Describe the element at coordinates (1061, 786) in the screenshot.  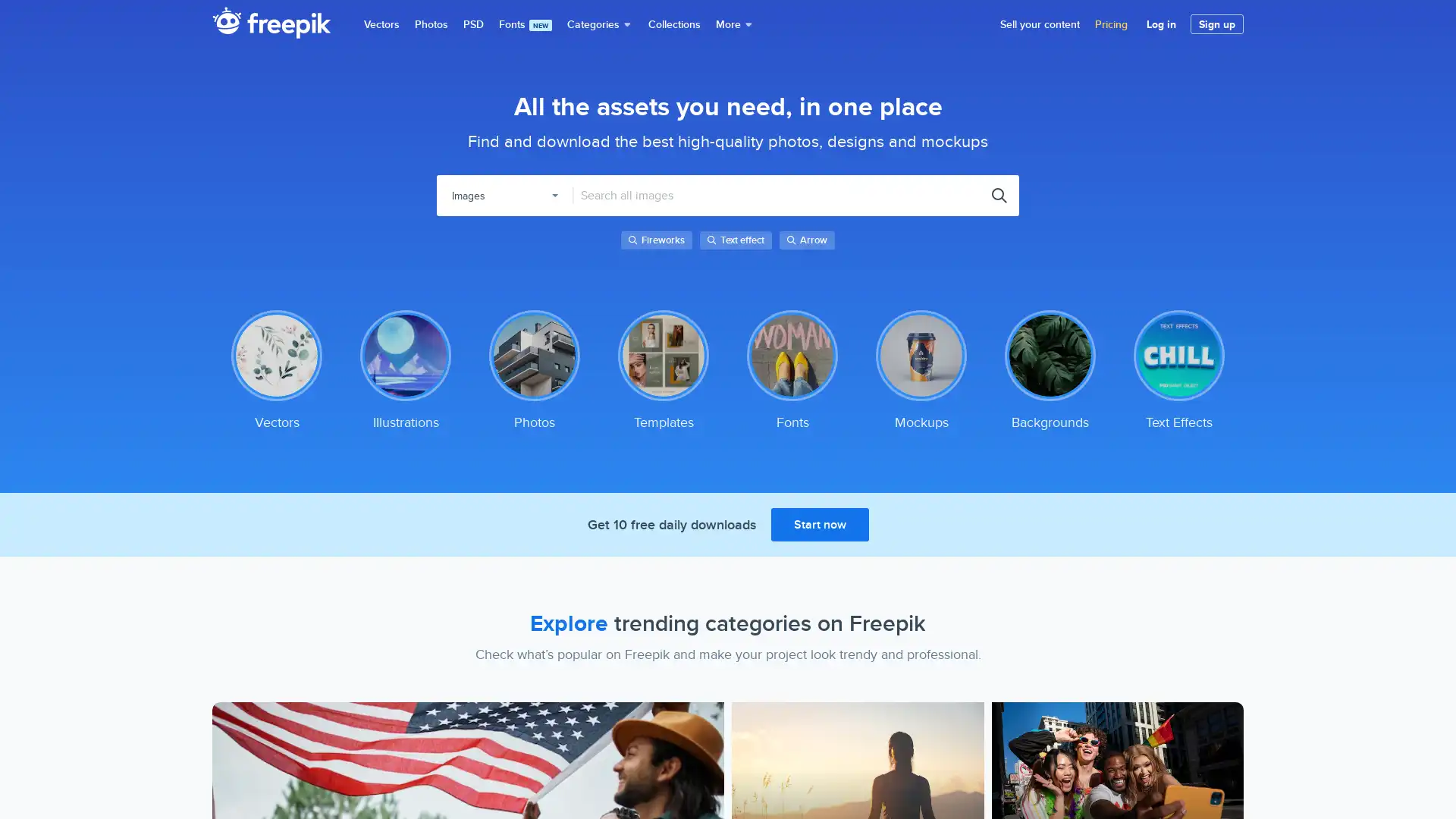
I see `Do Not Sell My Personal Information` at that location.